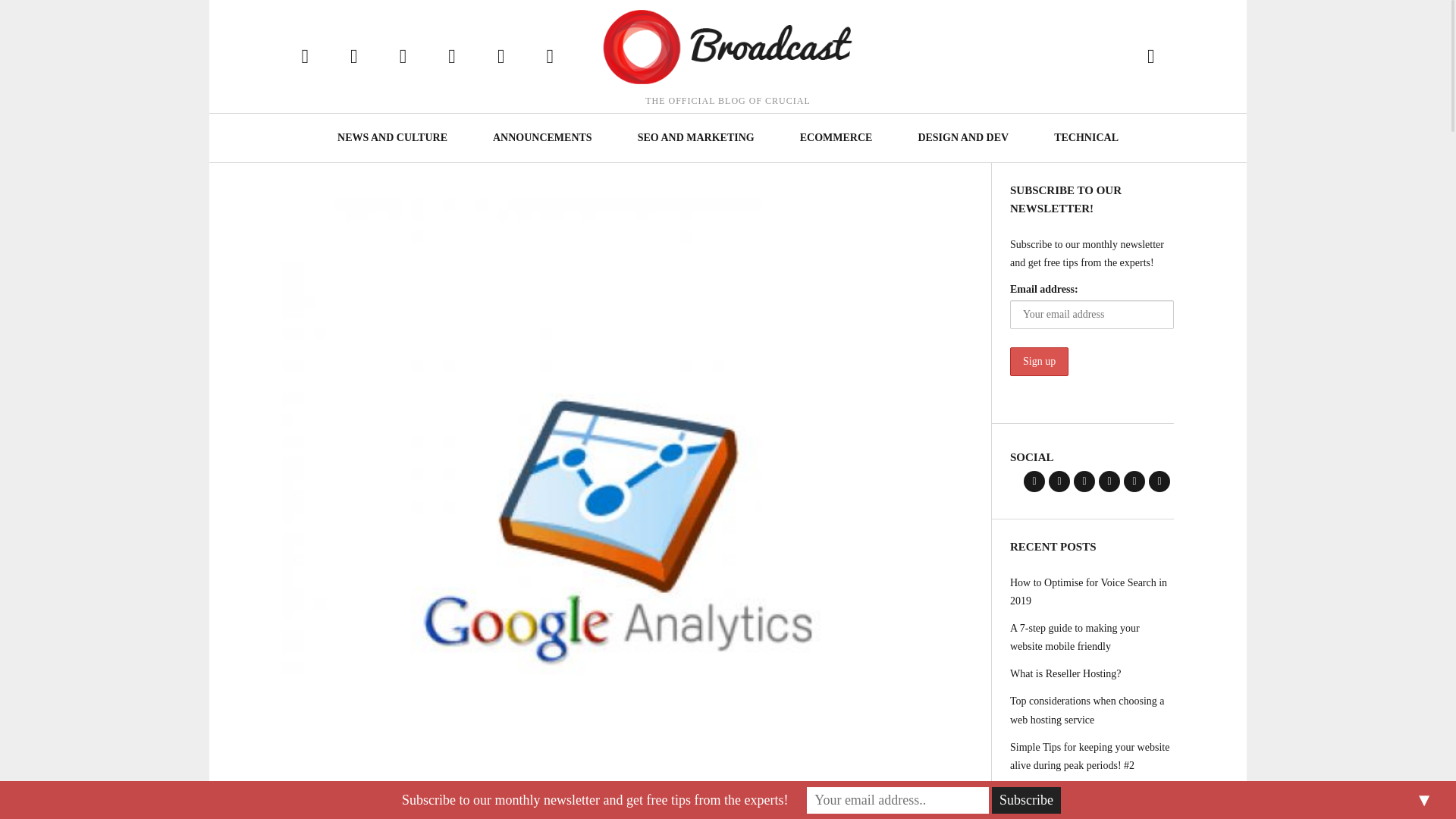  I want to click on 'What is Reseller Hosting?', so click(1092, 673).